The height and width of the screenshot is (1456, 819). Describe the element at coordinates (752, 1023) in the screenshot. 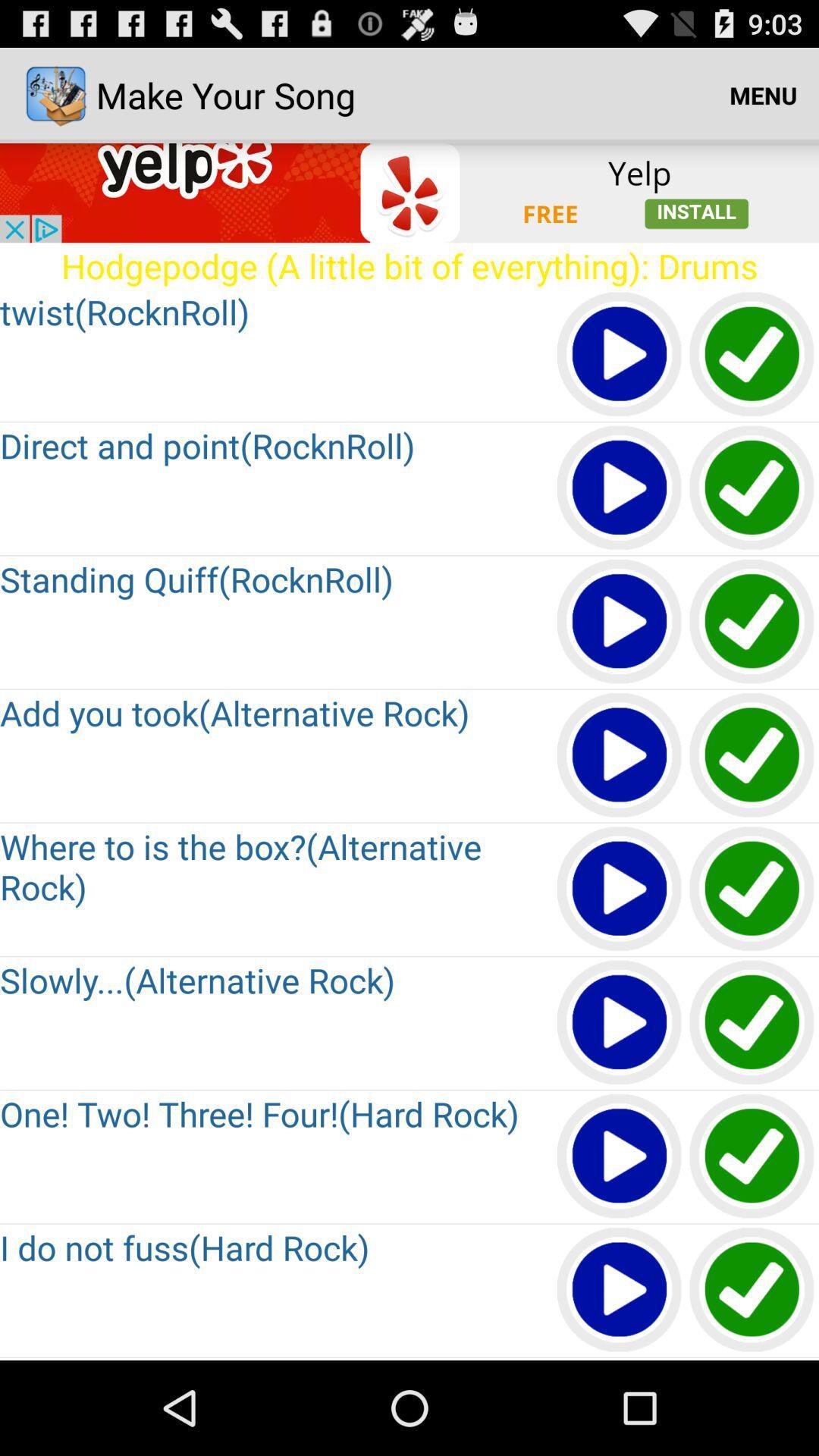

I see `ok` at that location.